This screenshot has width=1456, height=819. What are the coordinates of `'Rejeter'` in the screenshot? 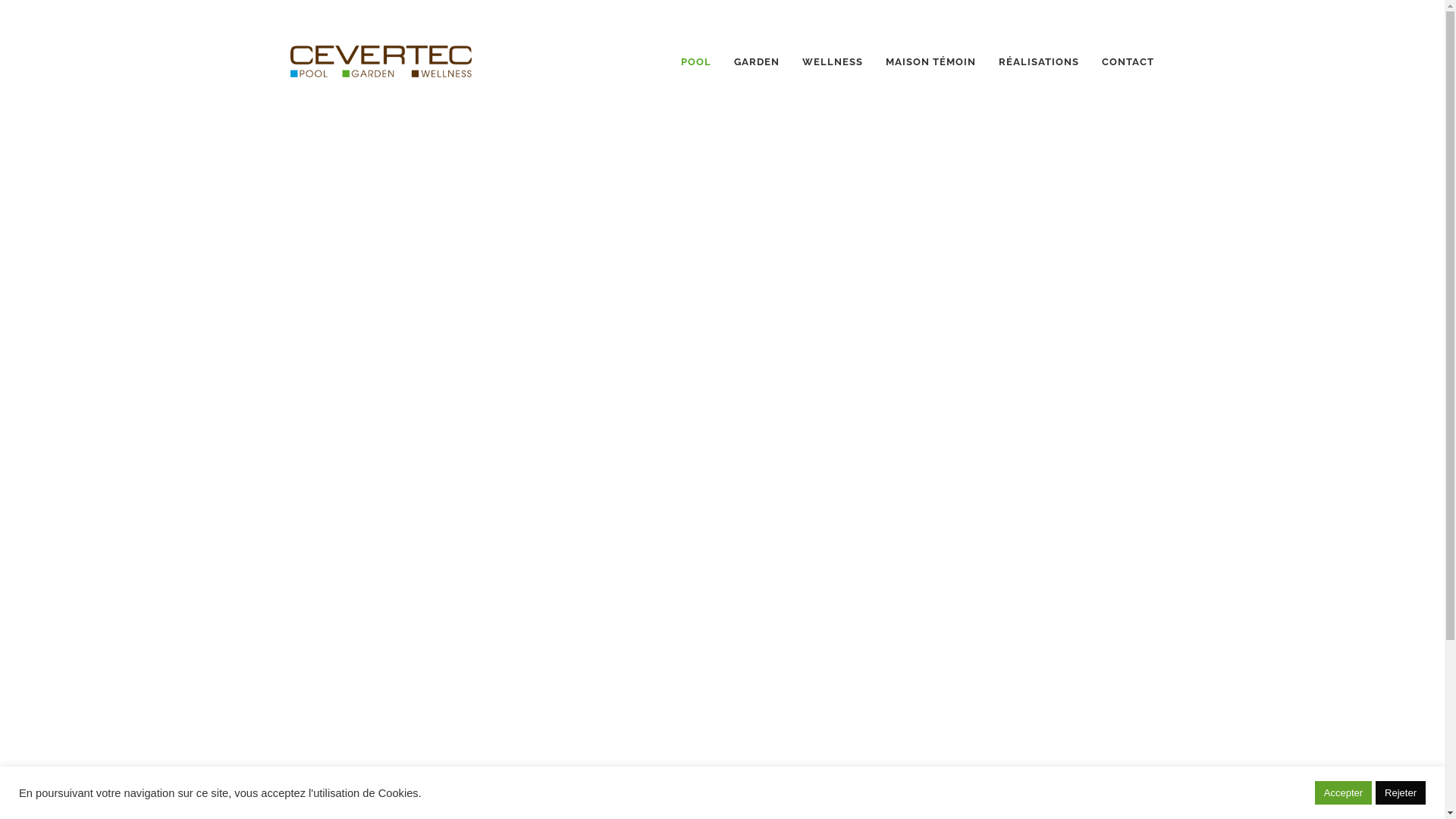 It's located at (1400, 792).